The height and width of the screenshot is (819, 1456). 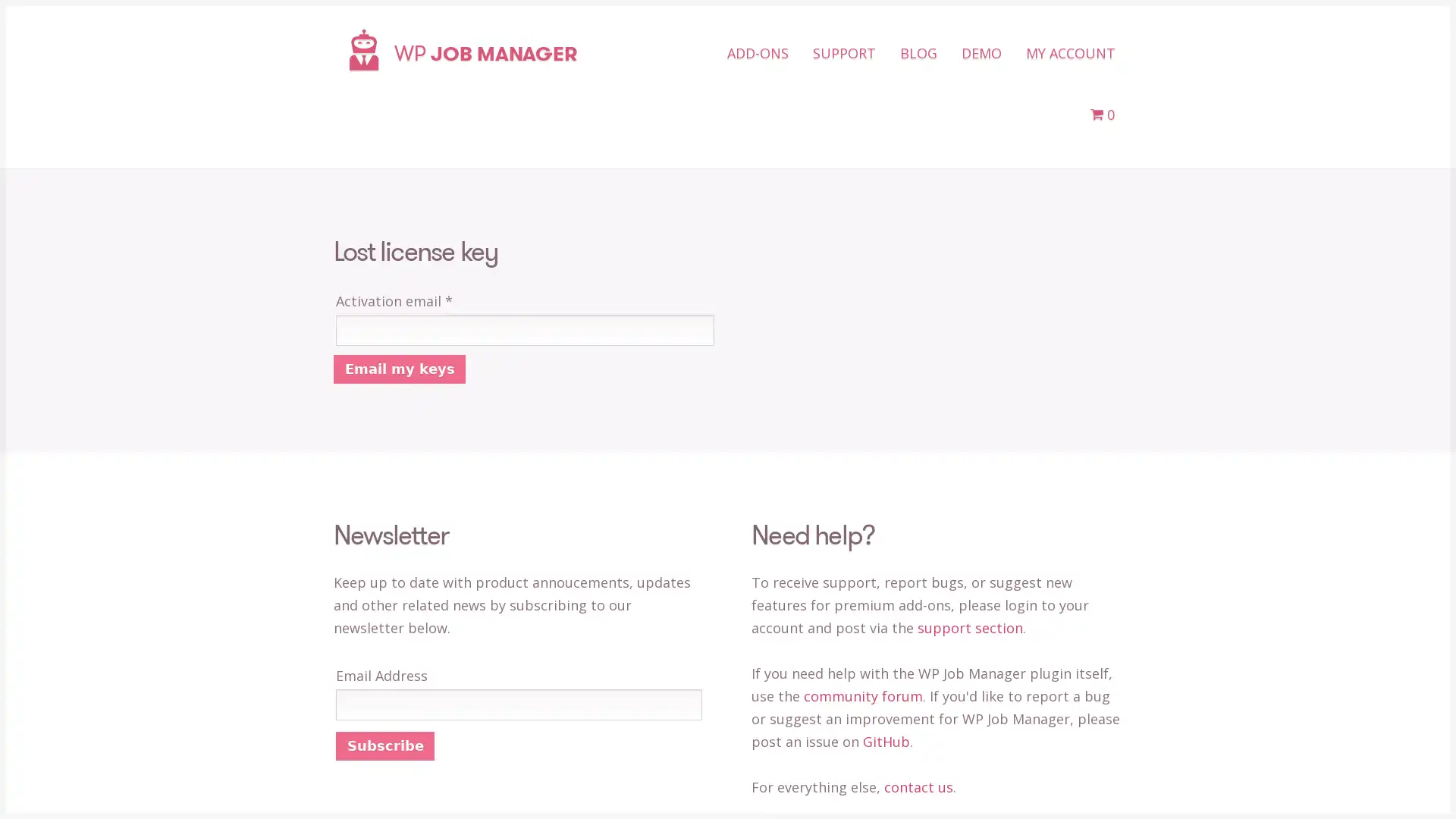 I want to click on Subscribe, so click(x=385, y=745).